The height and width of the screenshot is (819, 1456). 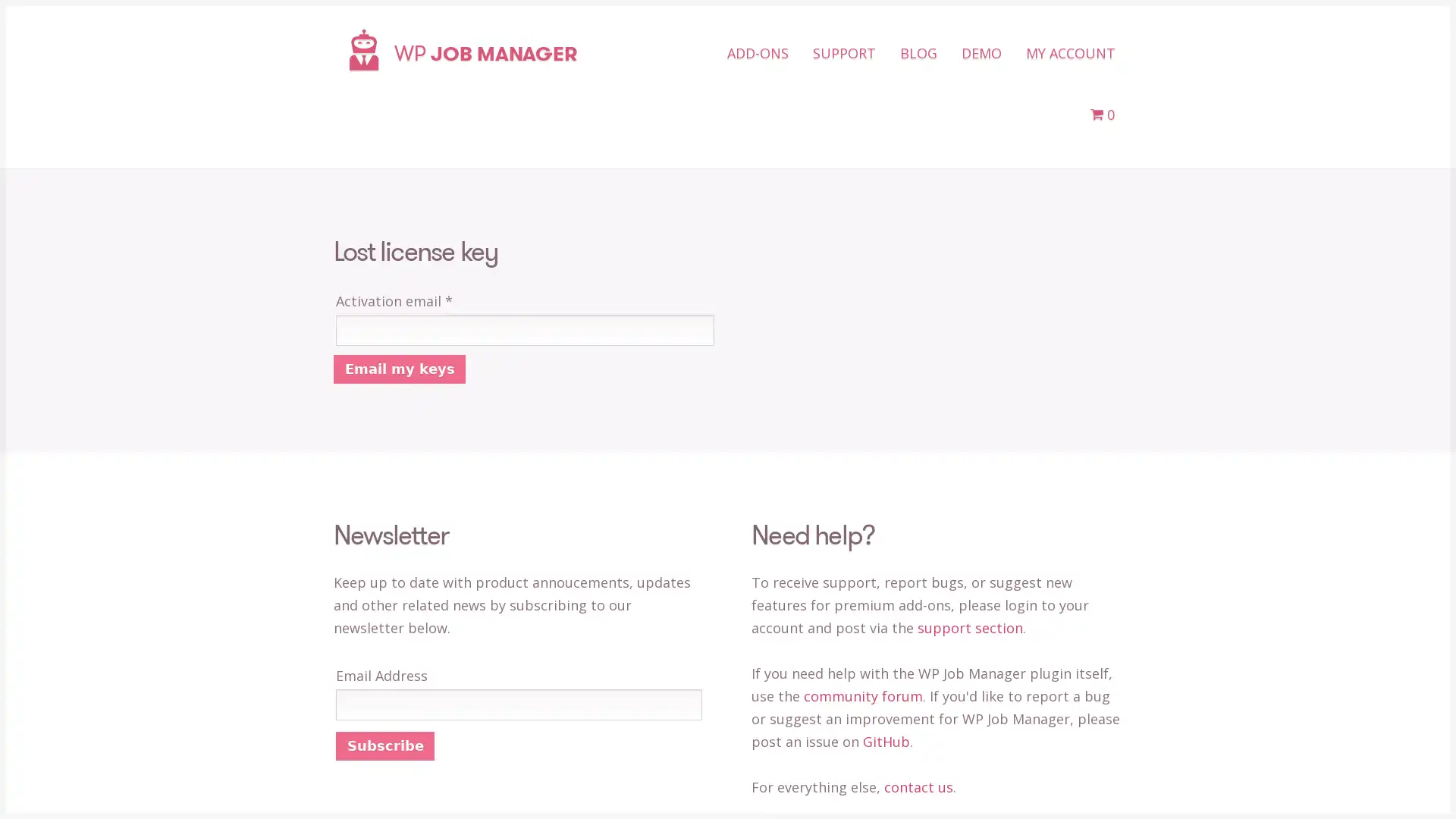 I want to click on Subscribe, so click(x=385, y=745).